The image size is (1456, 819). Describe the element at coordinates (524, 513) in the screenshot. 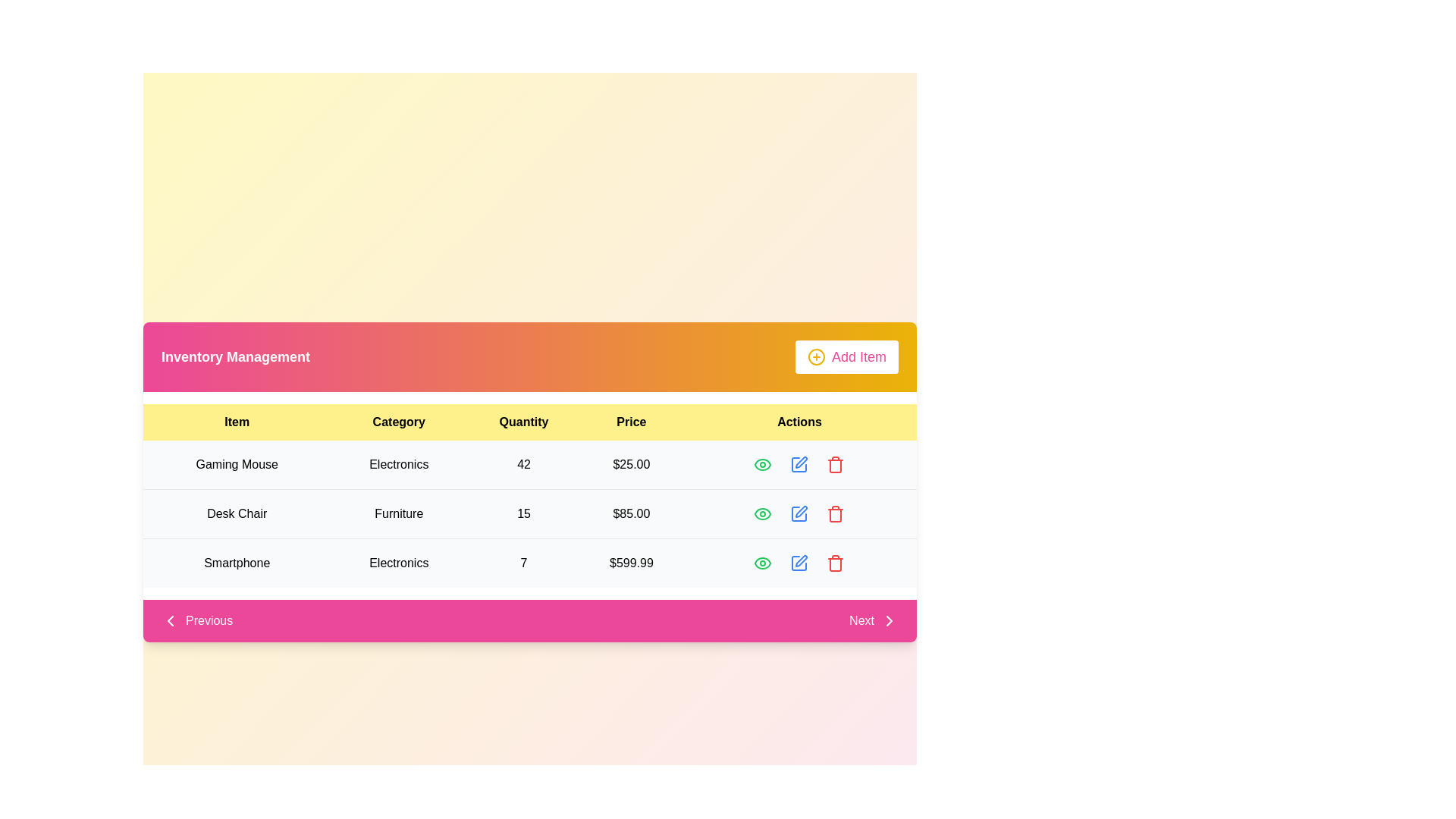

I see `the text element representing the quantity of the 'Desk Chair' item, located in the third column of the second row of the inventory table` at that location.